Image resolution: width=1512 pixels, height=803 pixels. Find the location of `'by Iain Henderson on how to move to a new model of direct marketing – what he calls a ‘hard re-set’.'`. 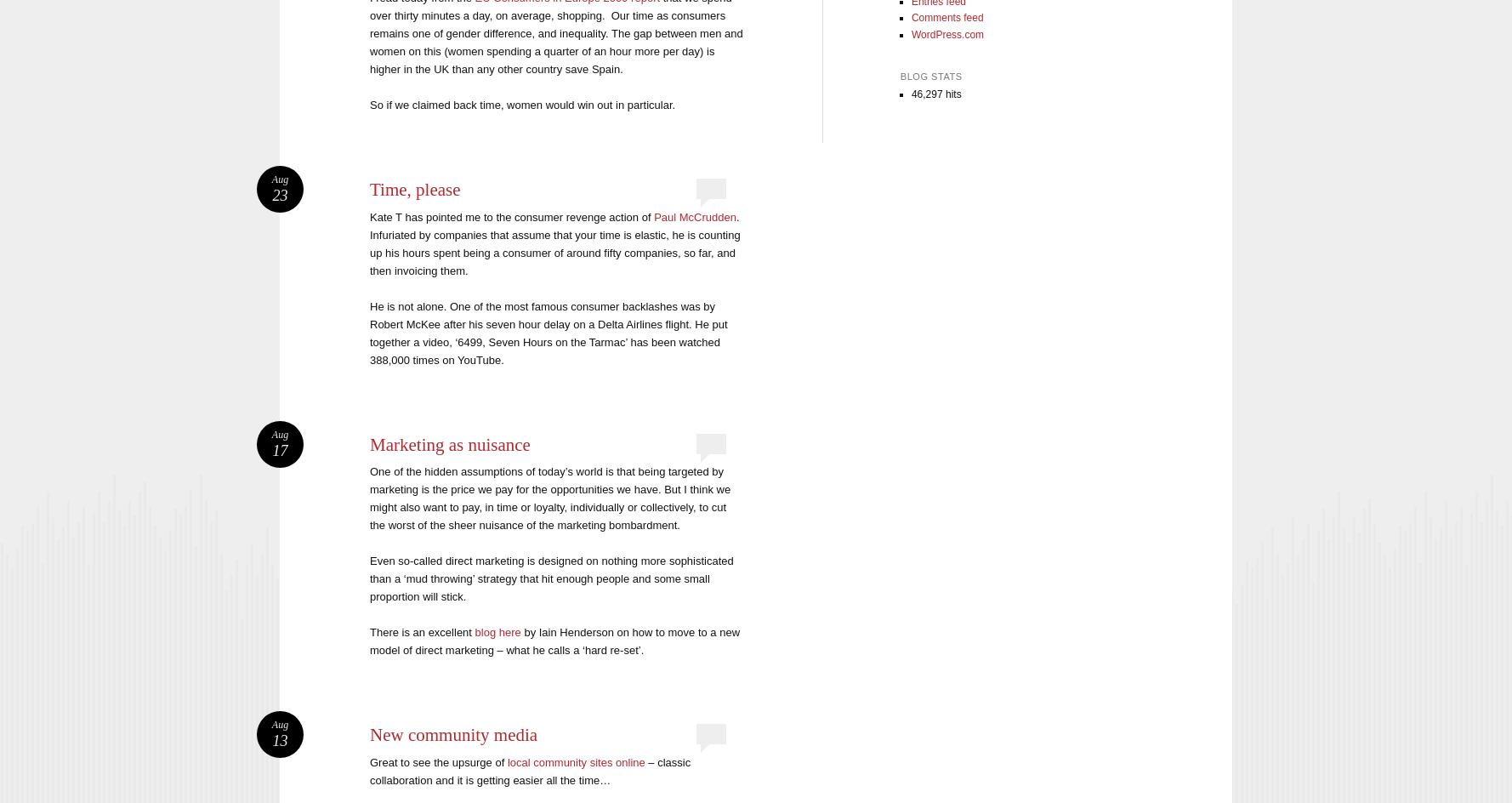

'by Iain Henderson on how to move to a new model of direct marketing – what he calls a ‘hard re-set’.' is located at coordinates (370, 641).